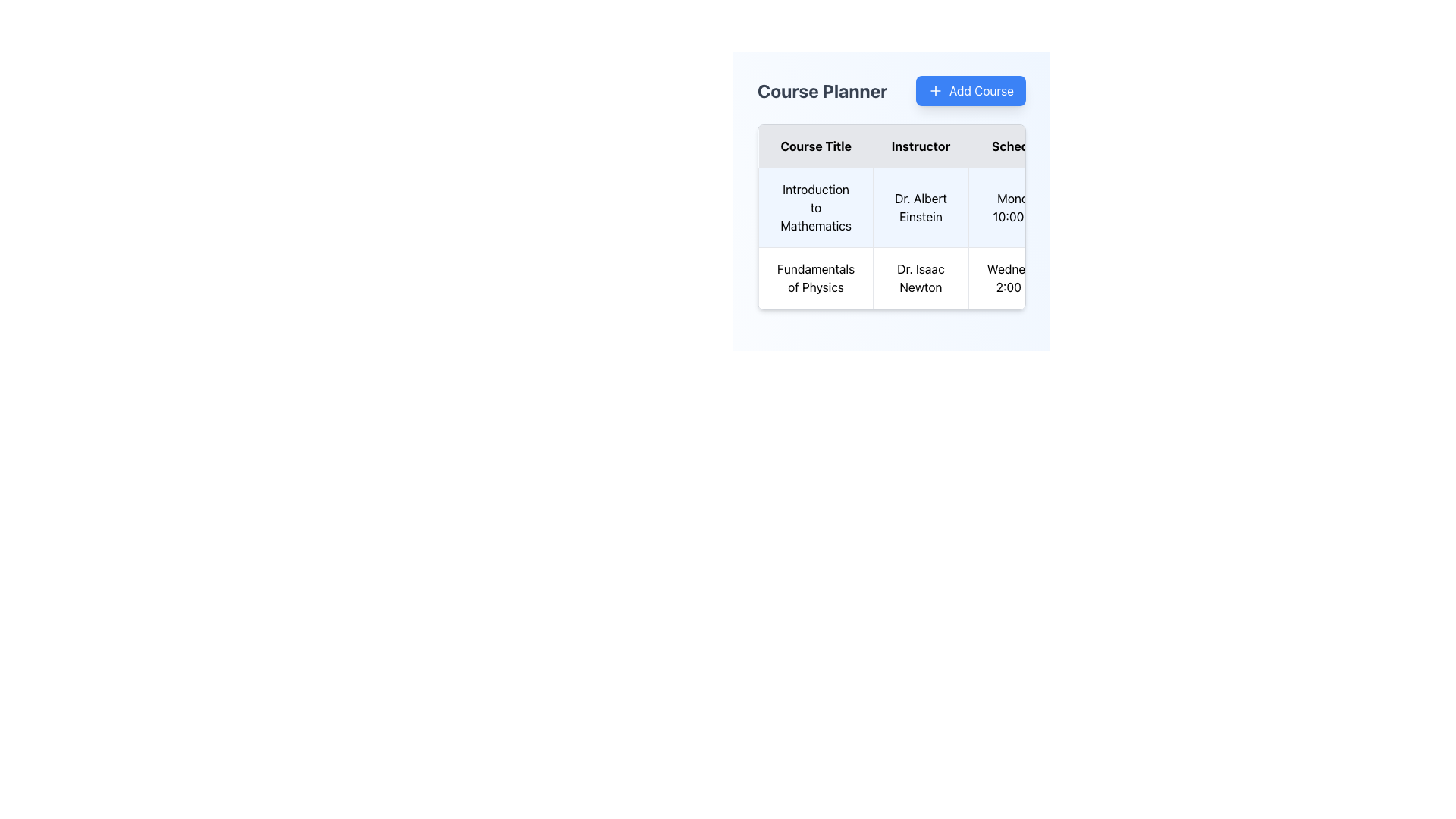  Describe the element at coordinates (1019, 207) in the screenshot. I see `the table cell displaying the schedule timing 'Monday 10:00 AM' in the 'Schedule' column of the 'Introduction to Mathematics' course row` at that location.